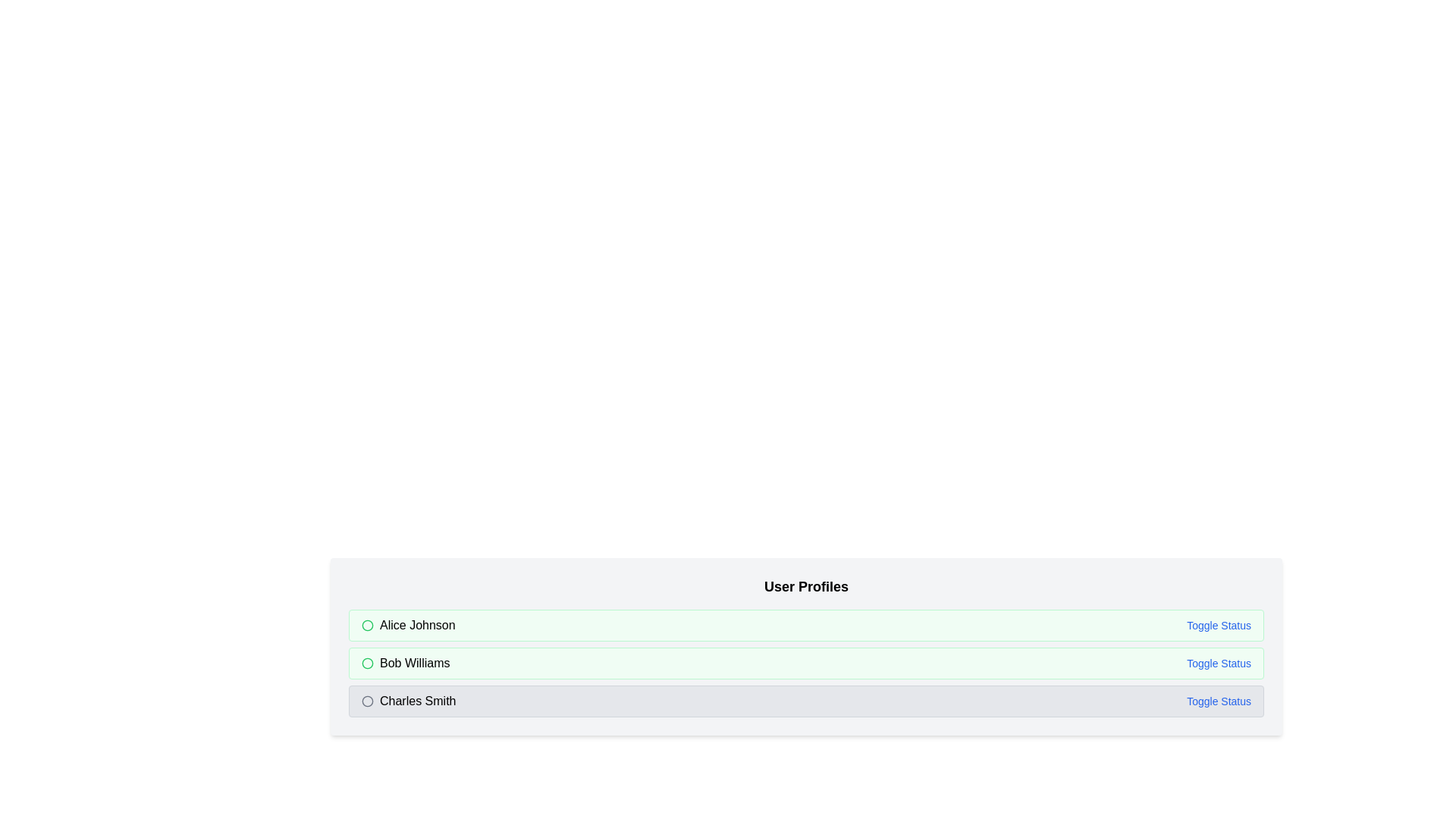 The image size is (1456, 819). Describe the element at coordinates (367, 626) in the screenshot. I see `the first circular icon styled with a green outline, positioned to the left of the text 'Alice Johnson', for status indication` at that location.